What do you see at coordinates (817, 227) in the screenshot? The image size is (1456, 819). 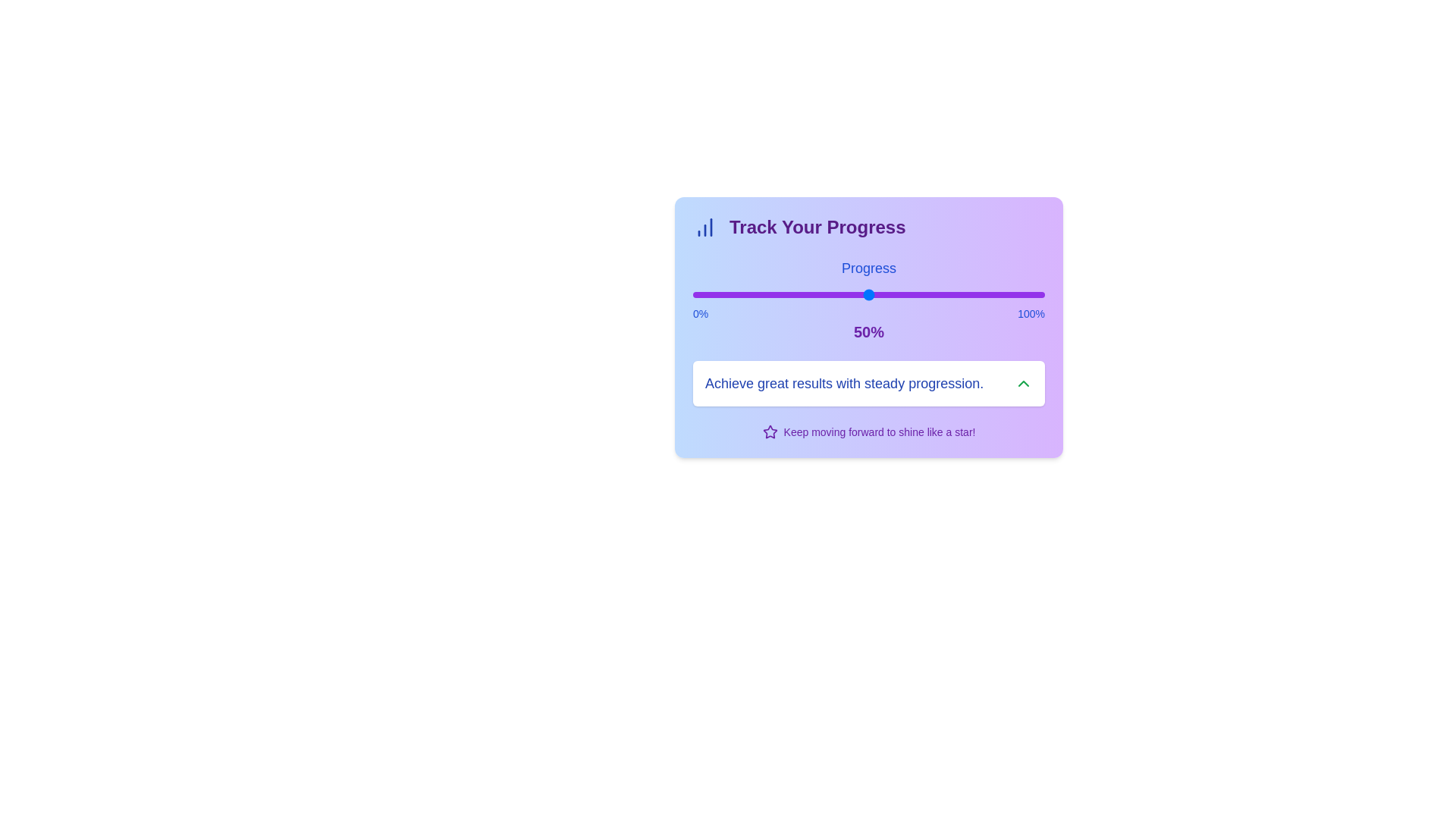 I see `the bold, large-sized header text 'Track Your Progress' that is prominently displayed in purple color, located in the upper section of the interface above the progress bar` at bounding box center [817, 227].